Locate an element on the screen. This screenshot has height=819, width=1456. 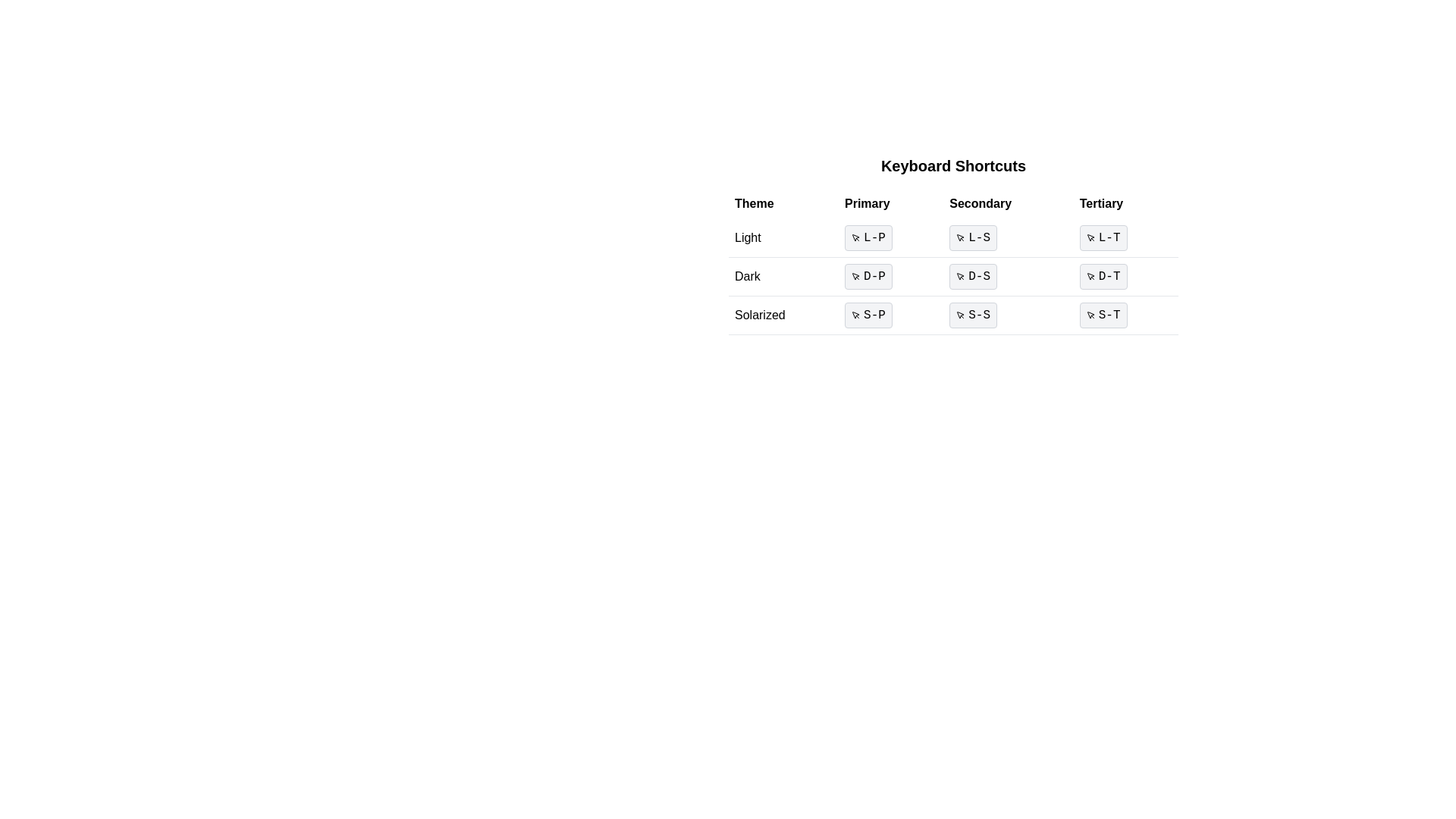
the second button in the 'Dark' row under the 'Secondary' column is located at coordinates (952, 277).